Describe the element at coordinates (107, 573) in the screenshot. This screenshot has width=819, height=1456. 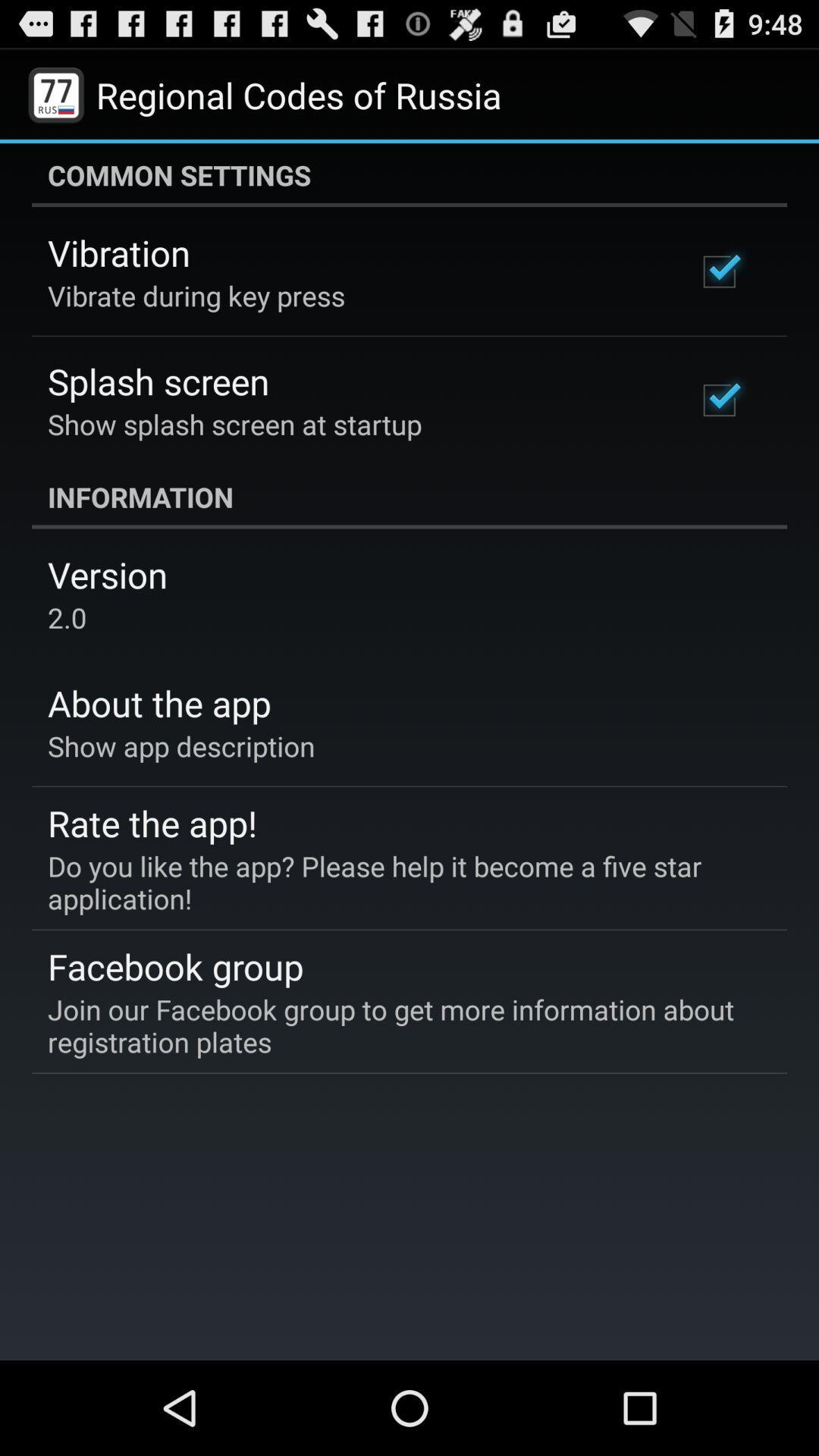
I see `version` at that location.